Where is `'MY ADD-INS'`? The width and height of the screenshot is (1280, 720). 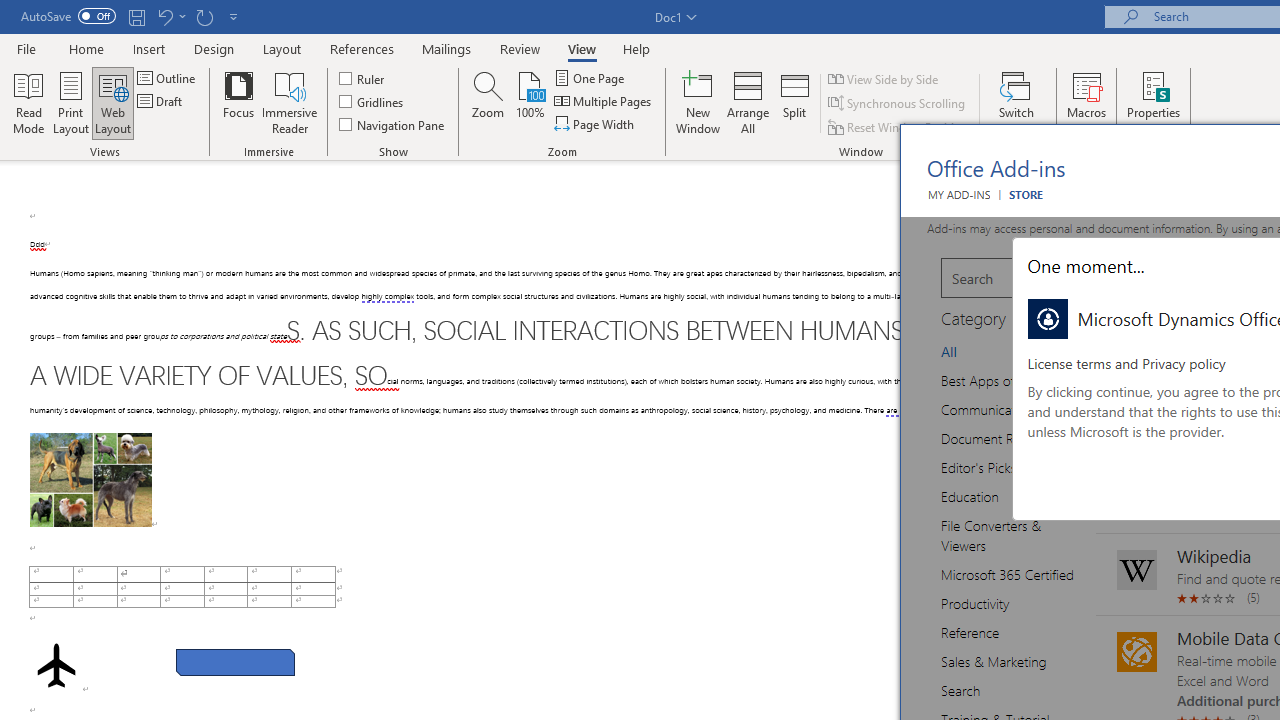 'MY ADD-INS' is located at coordinates (957, 194).